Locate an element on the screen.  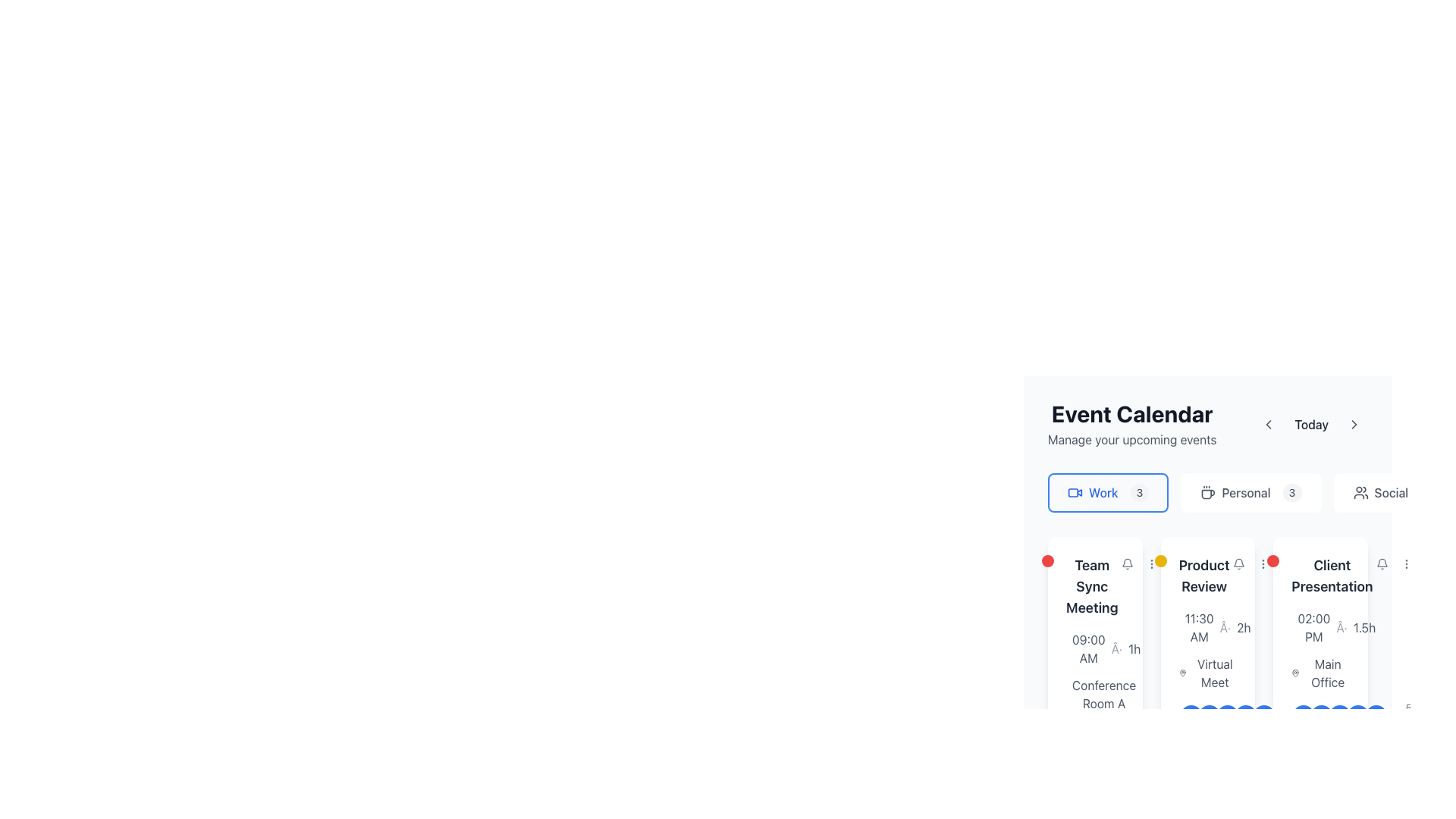
the first event card from the left under the 'Work' section in the 'Event Calendar' is located at coordinates (1095, 665).